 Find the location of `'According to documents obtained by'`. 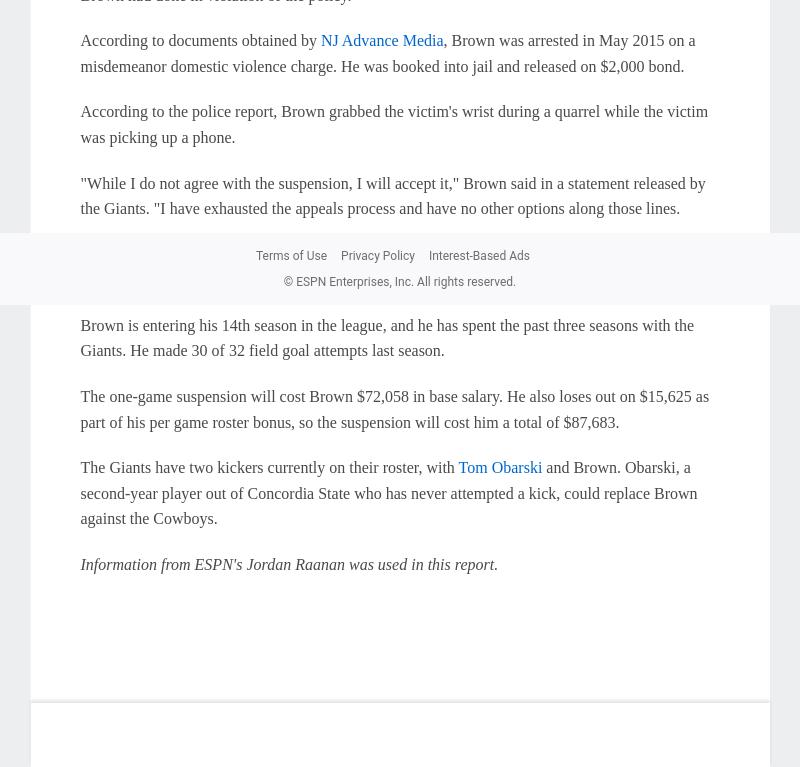

'According to documents obtained by' is located at coordinates (200, 40).